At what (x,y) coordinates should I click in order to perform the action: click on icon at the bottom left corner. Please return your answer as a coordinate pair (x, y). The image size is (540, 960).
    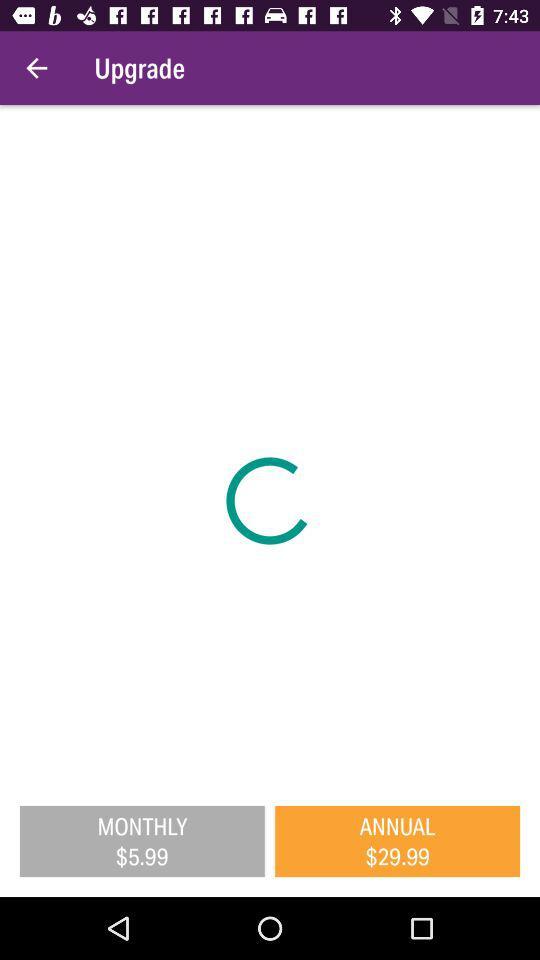
    Looking at the image, I should click on (141, 840).